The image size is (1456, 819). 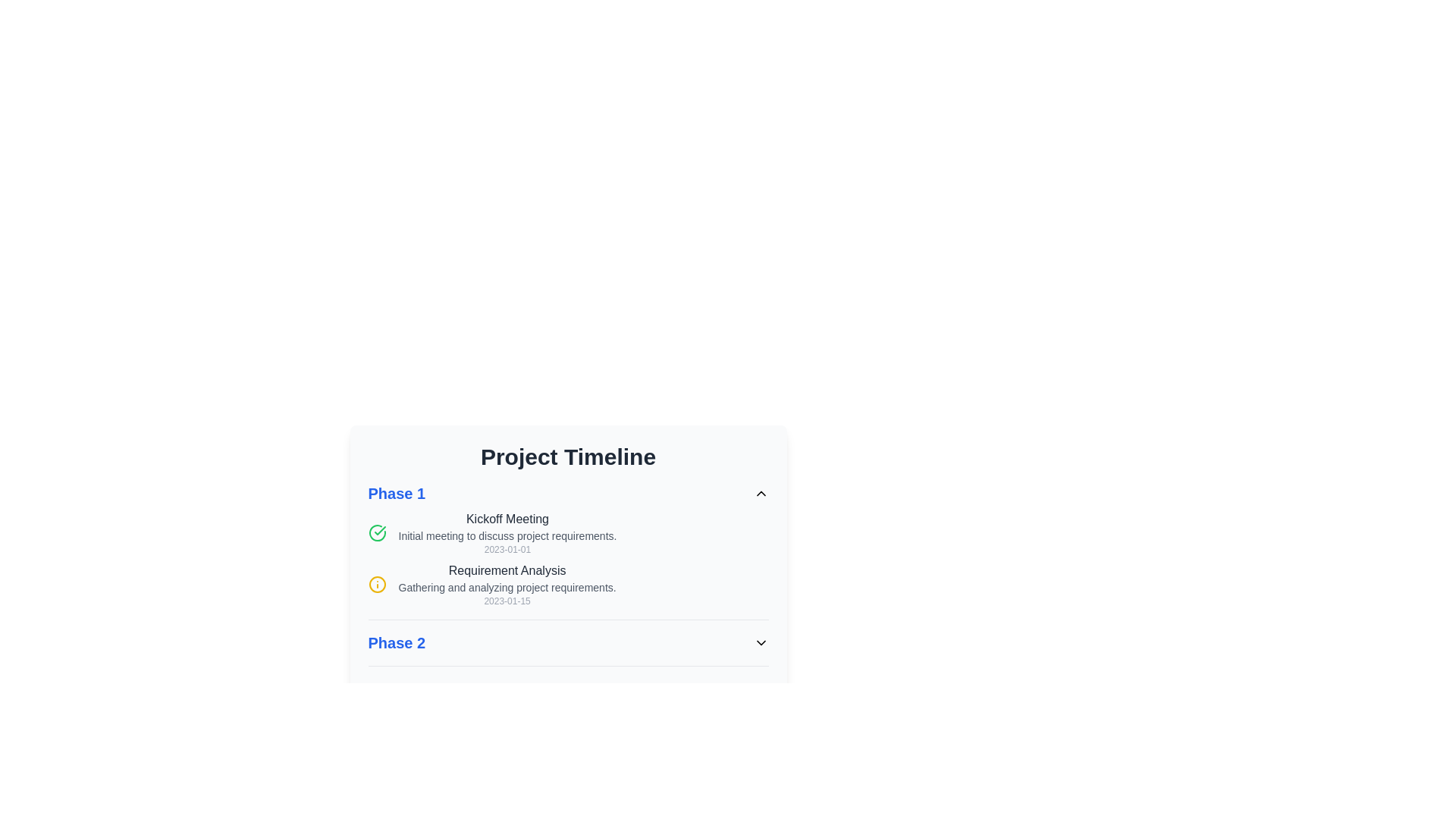 I want to click on the icon-based toggle button located at the far right of the 'Phase 1' section's header, so click(x=761, y=494).